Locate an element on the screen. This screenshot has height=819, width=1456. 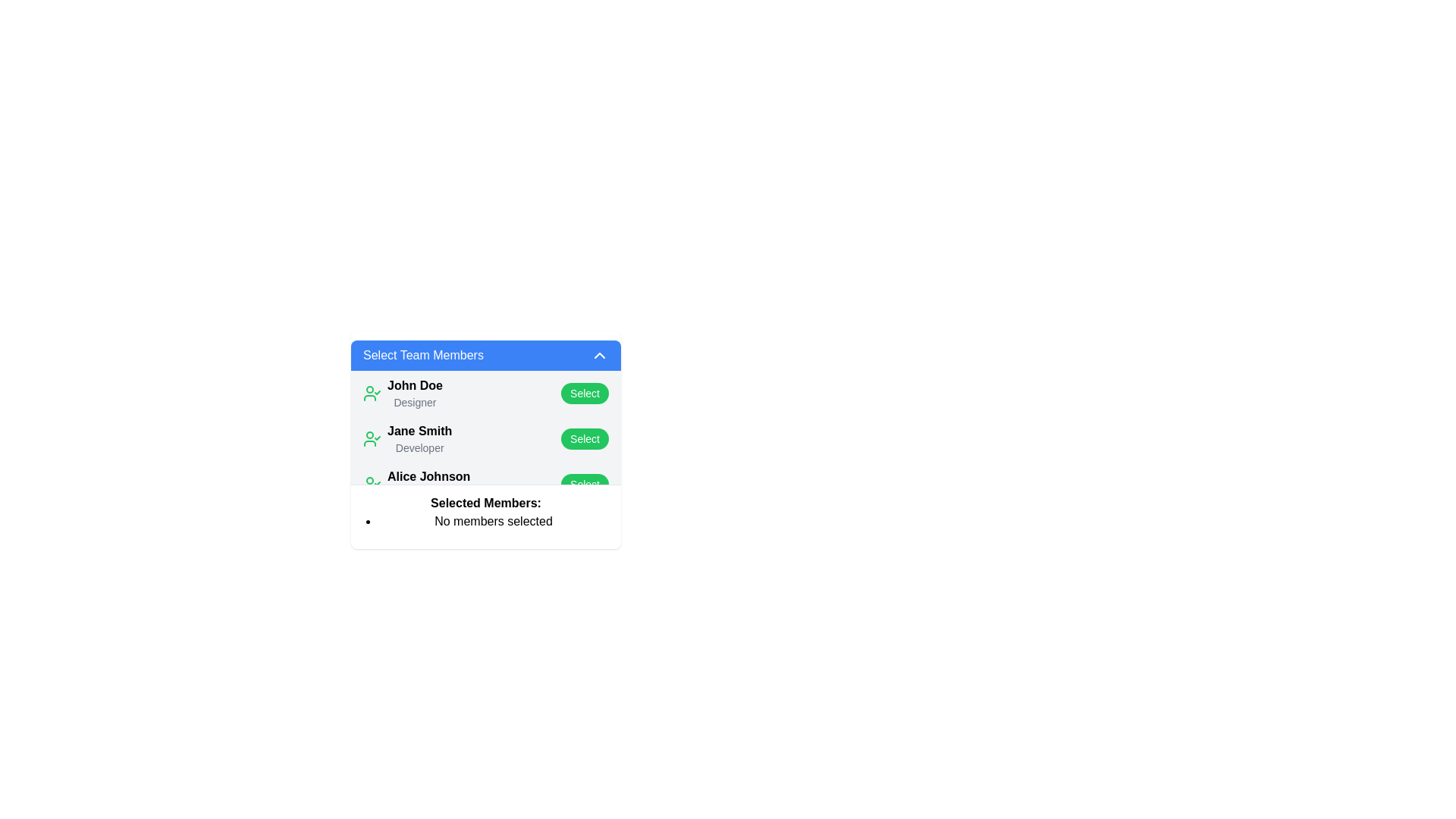
the first selectable team member list item representing user John Doe, identified as a 'Designer', in the 'Select Team Members' dropdown is located at coordinates (486, 393).